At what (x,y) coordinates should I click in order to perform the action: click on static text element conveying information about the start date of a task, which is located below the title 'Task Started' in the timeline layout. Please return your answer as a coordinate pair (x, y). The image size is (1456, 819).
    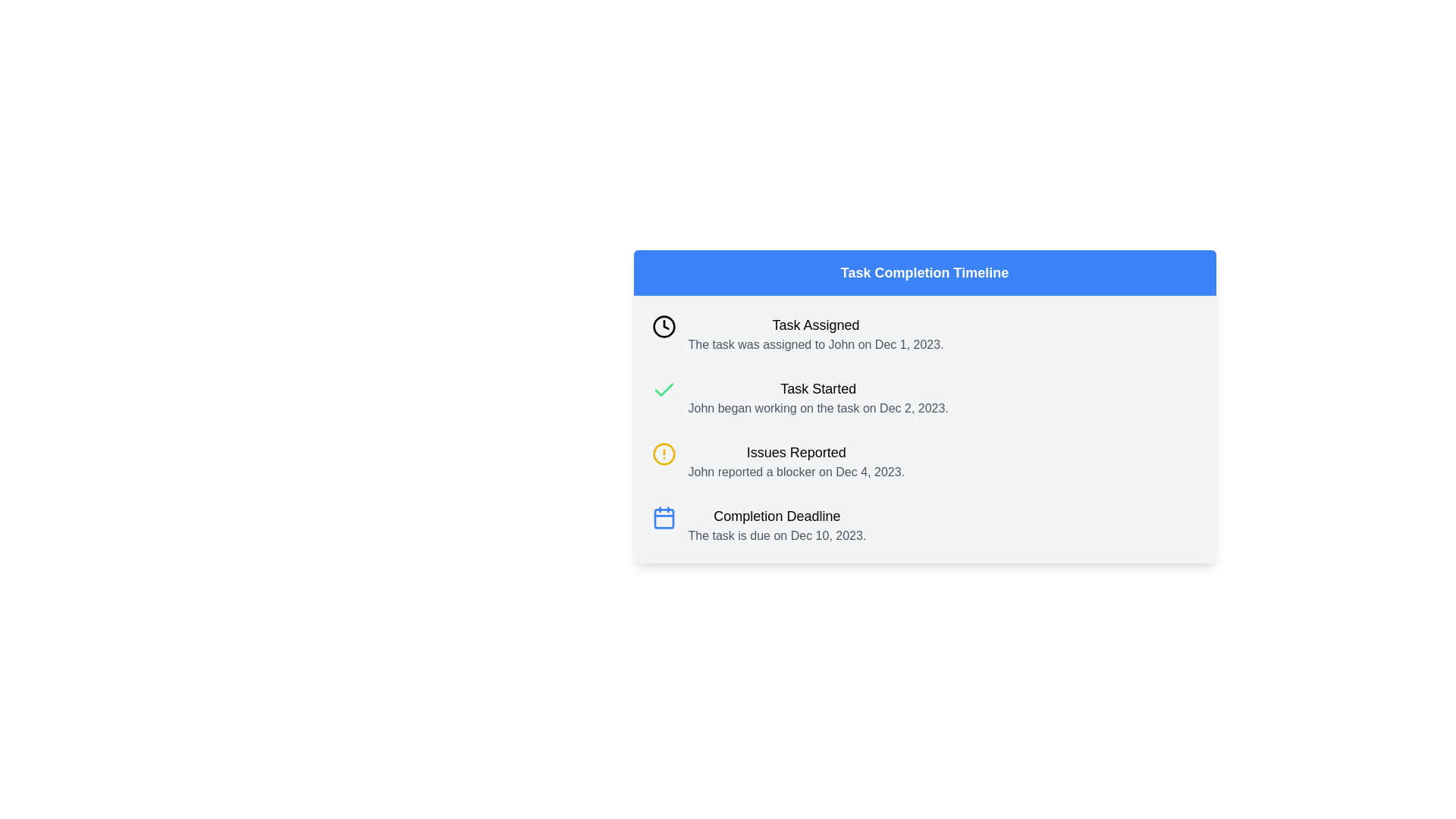
    Looking at the image, I should click on (817, 408).